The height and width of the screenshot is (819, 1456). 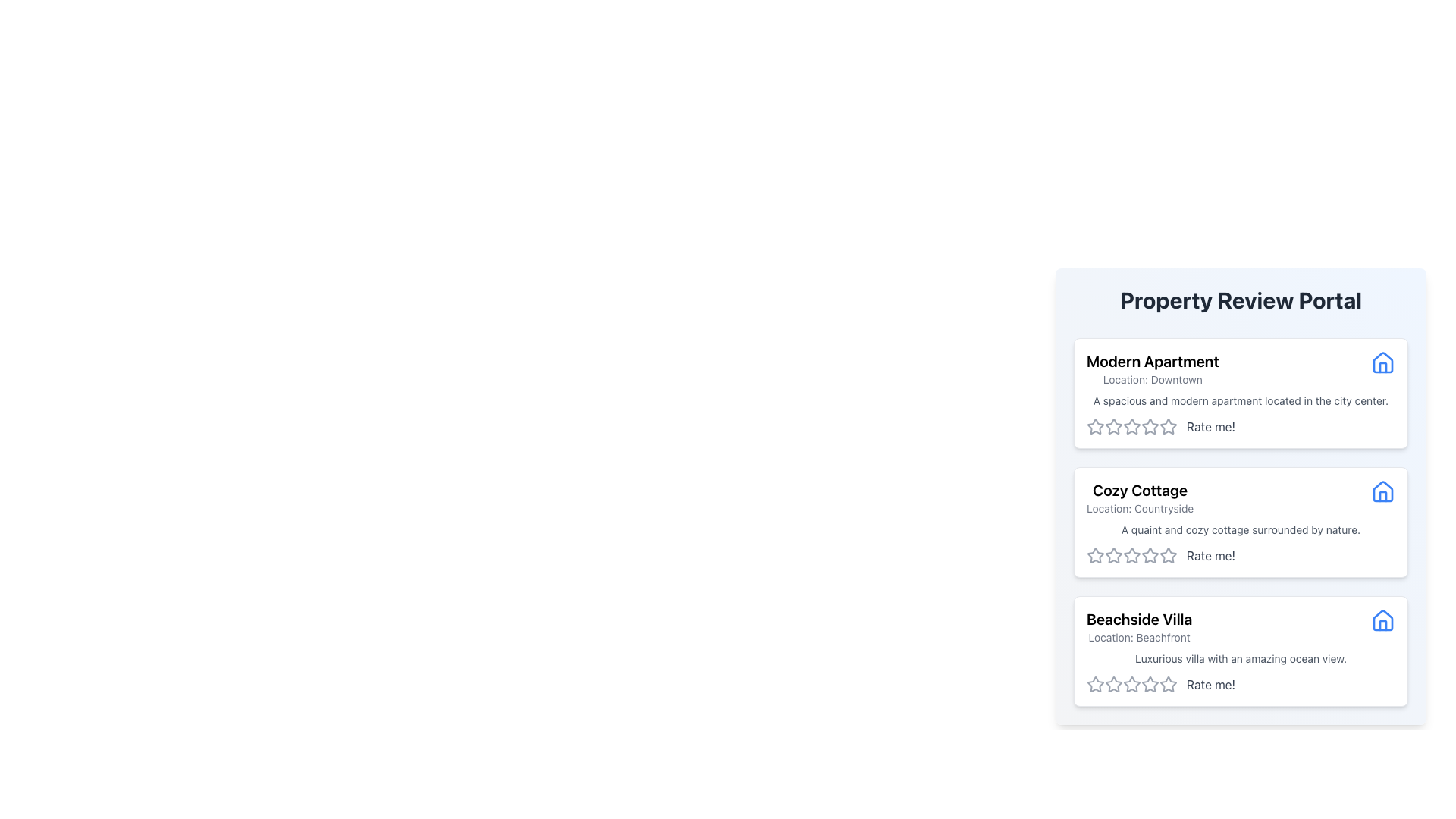 I want to click on the fourth star icon in the horizontal row of rating stars under the 'Rate me!' text for the 'Modern Apartment' section to rate it, so click(x=1167, y=426).